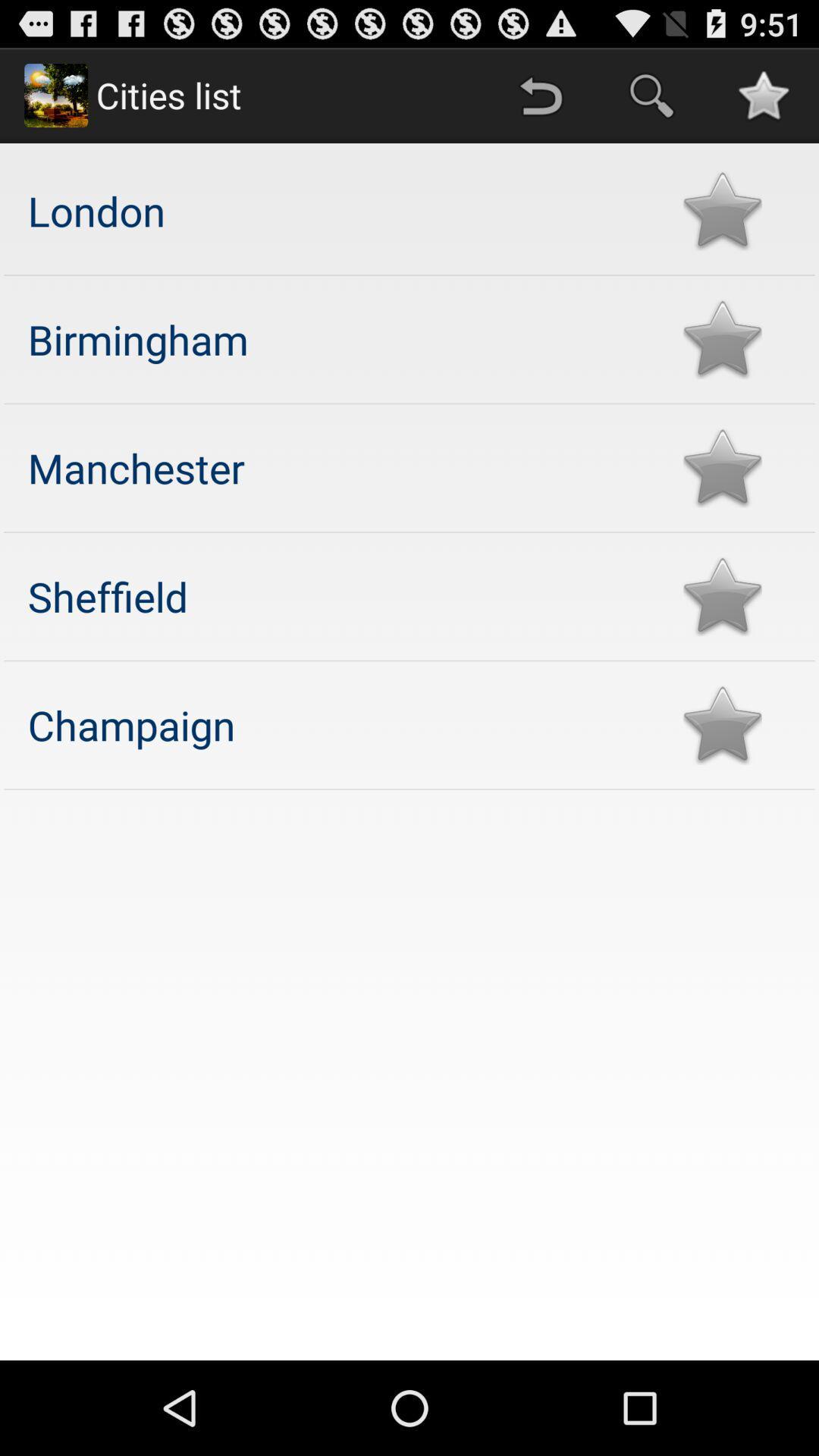 The width and height of the screenshot is (819, 1456). What do you see at coordinates (340, 466) in the screenshot?
I see `manchester icon` at bounding box center [340, 466].